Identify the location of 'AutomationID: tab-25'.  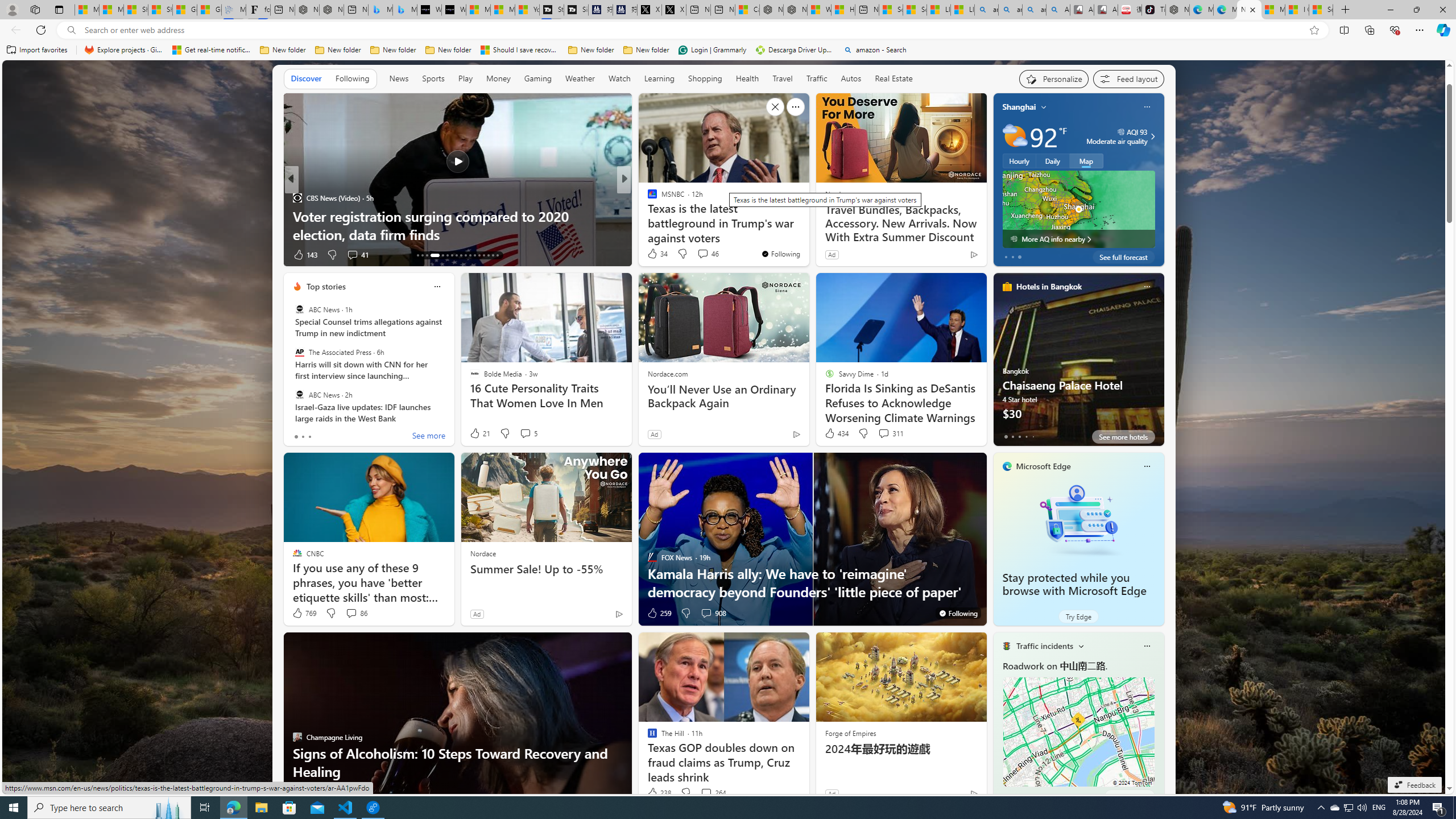
(478, 255).